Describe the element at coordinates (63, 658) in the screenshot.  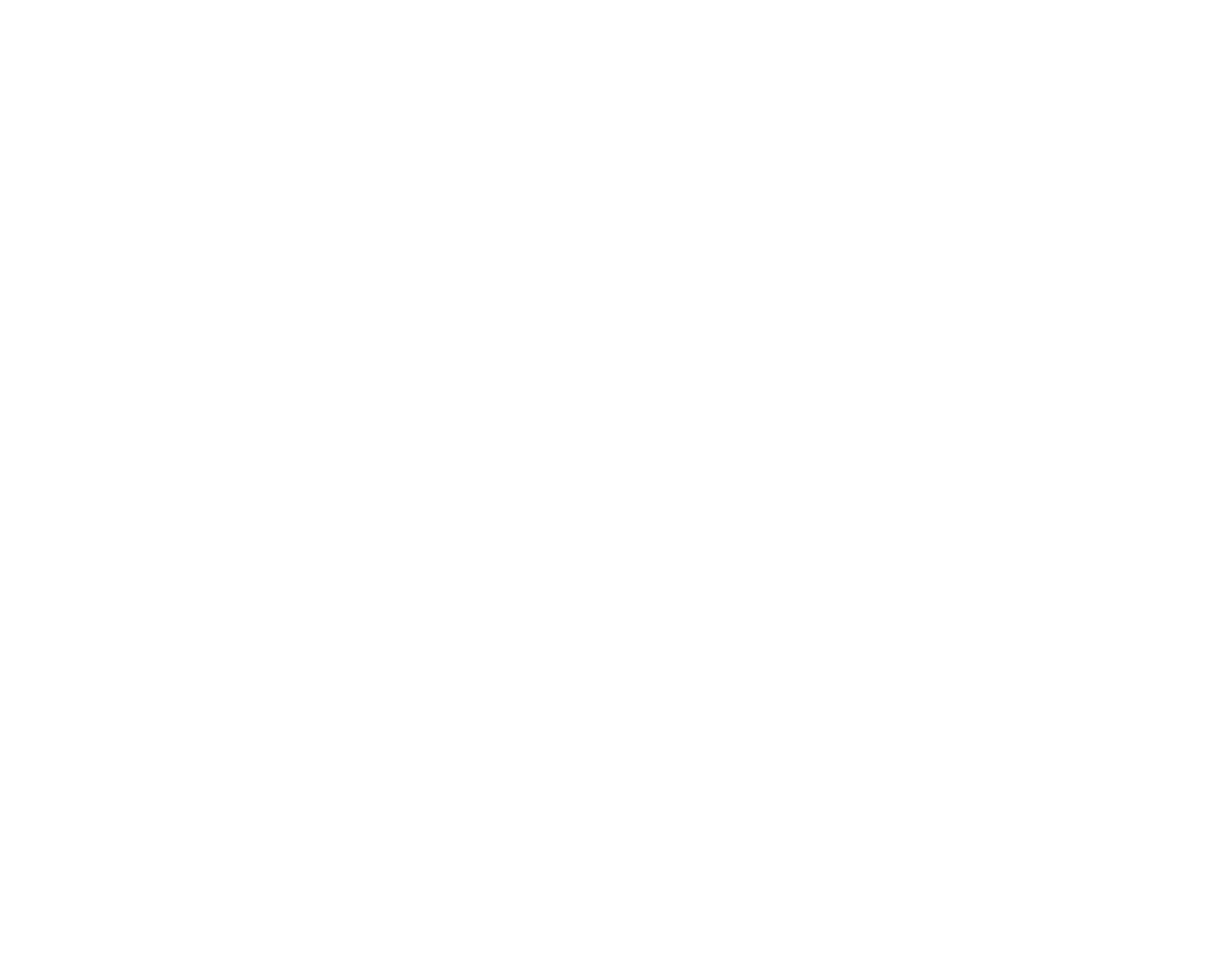
I see `'United Kingdom'` at that location.